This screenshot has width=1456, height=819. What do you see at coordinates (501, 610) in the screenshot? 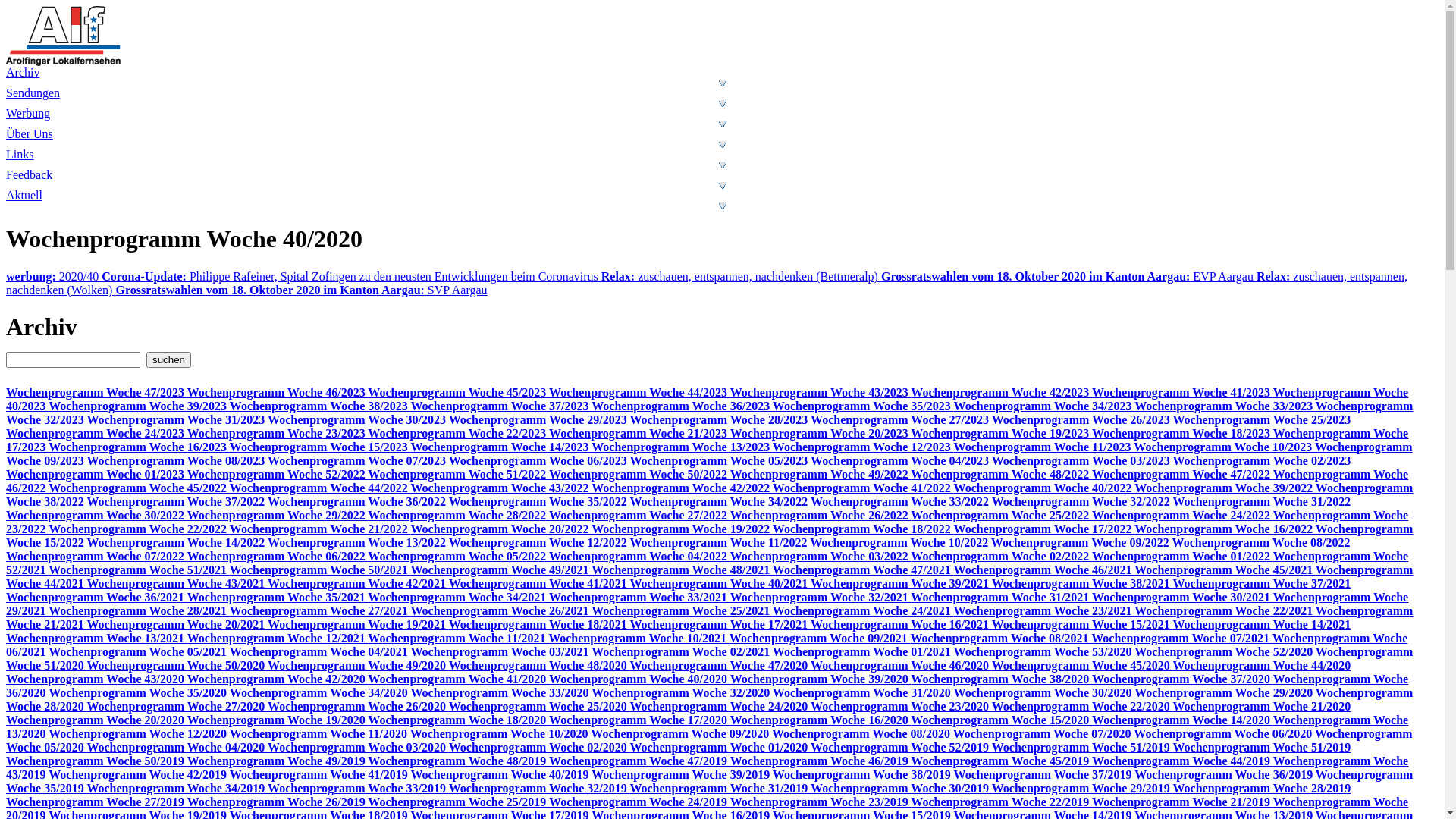
I see `'Wochenprogramm Woche 26/2021'` at bounding box center [501, 610].